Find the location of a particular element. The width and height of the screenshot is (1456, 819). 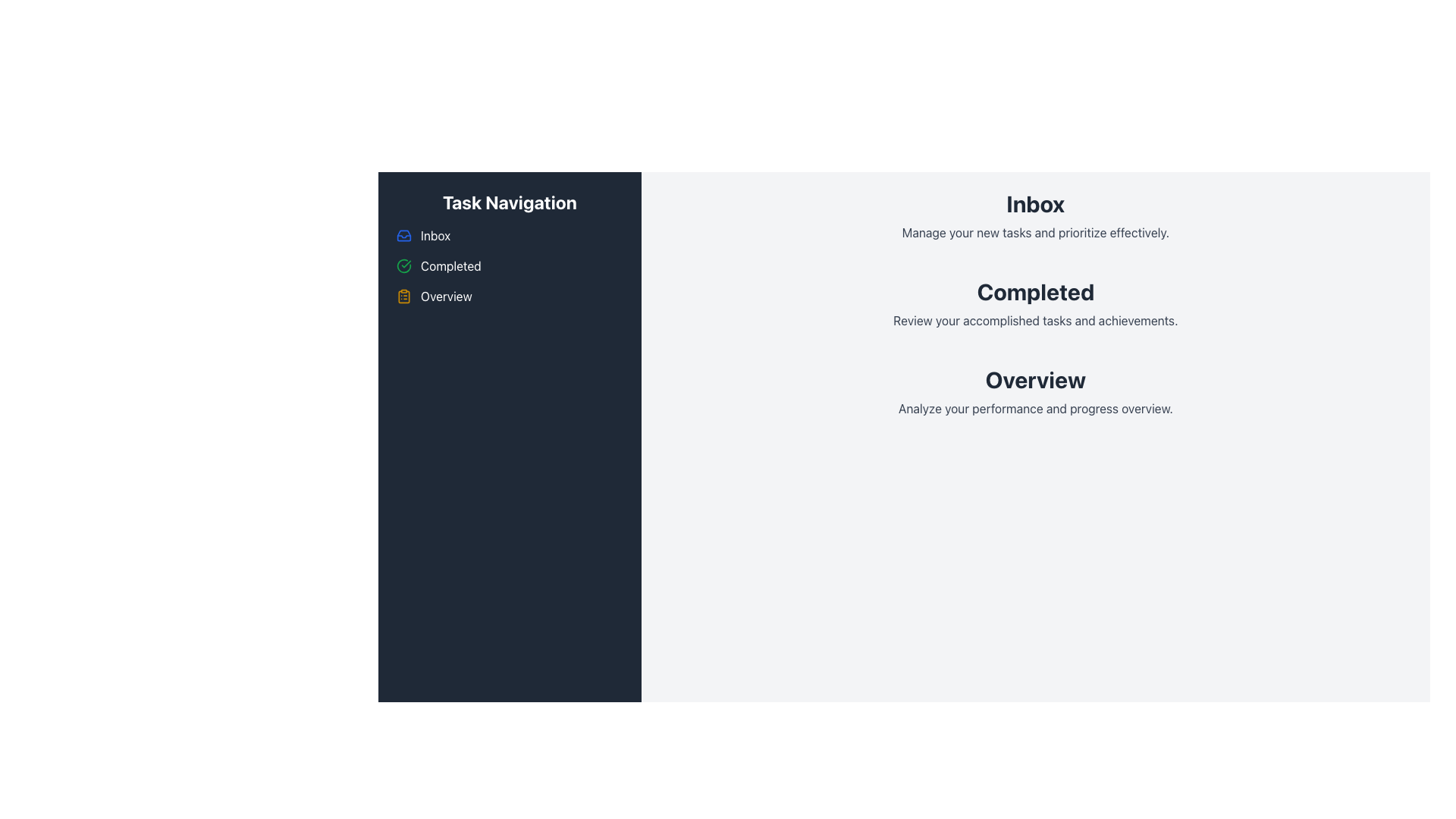

the content associated with the 'Inbox' header located at the top of the right panel, directly under the 'Task Navigation' sidebar is located at coordinates (1034, 216).